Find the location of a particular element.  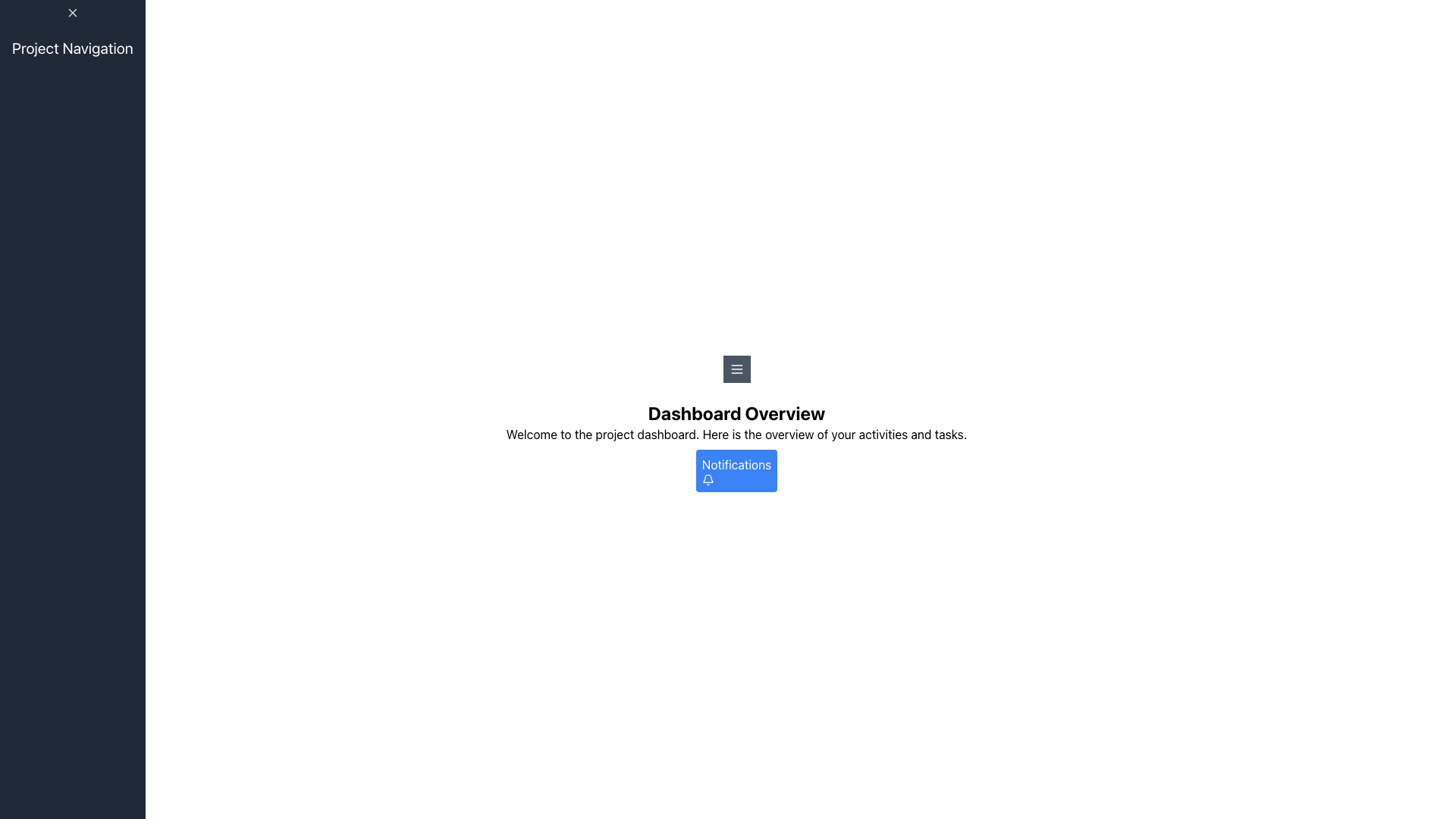

the bell-shaped notification icon with a white outline on a blue background, which is located within the blue 'Notifications' button is located at coordinates (707, 479).